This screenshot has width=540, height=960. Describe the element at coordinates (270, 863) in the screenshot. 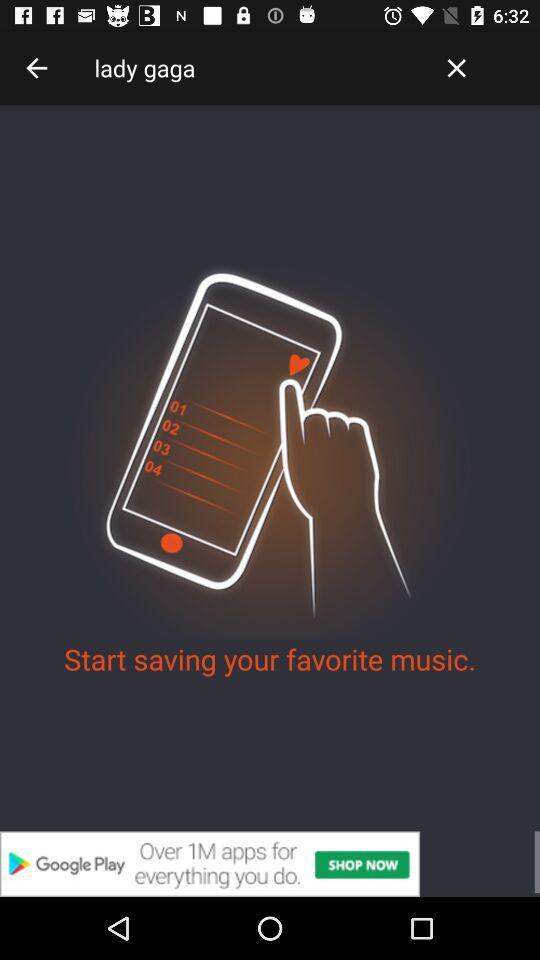

I see `interact with advertisement` at that location.